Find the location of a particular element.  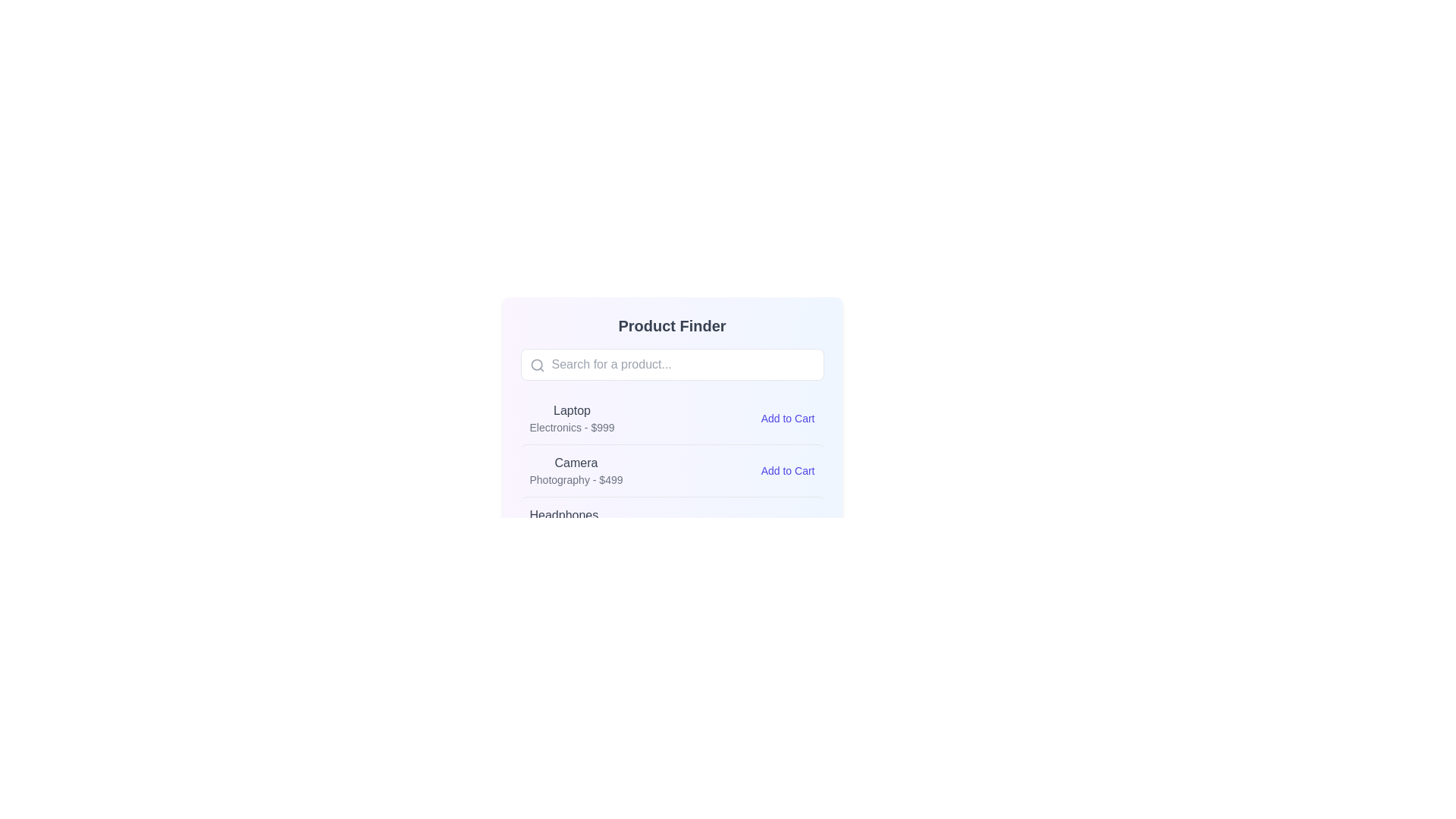

the text display element that says 'Laptop' in grayish color, located in the 'Product Finder' section, which is the first item in the list is located at coordinates (571, 411).